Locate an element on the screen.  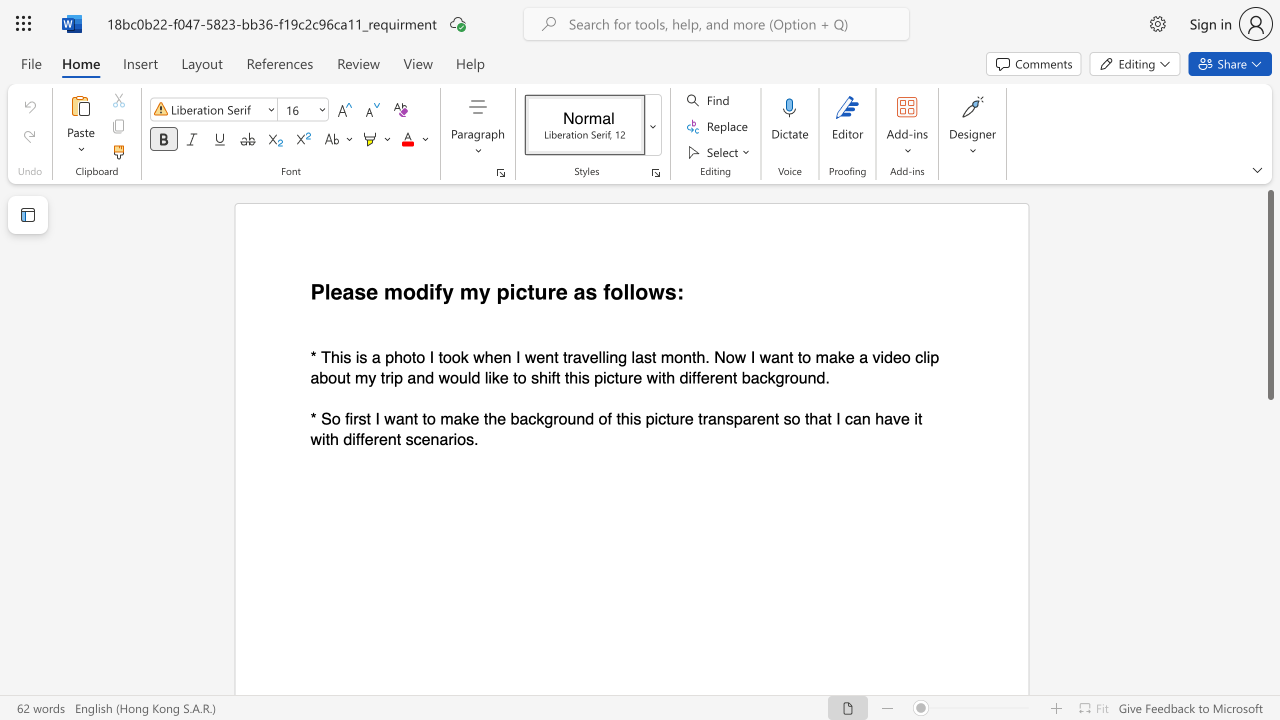
the subset text "p and would like to shift this picture wi" within the text "* This is a photo I took when I went travelling last month. Now I want to make a video clip about my trip and would like to shift this picture with different background." is located at coordinates (394, 377).